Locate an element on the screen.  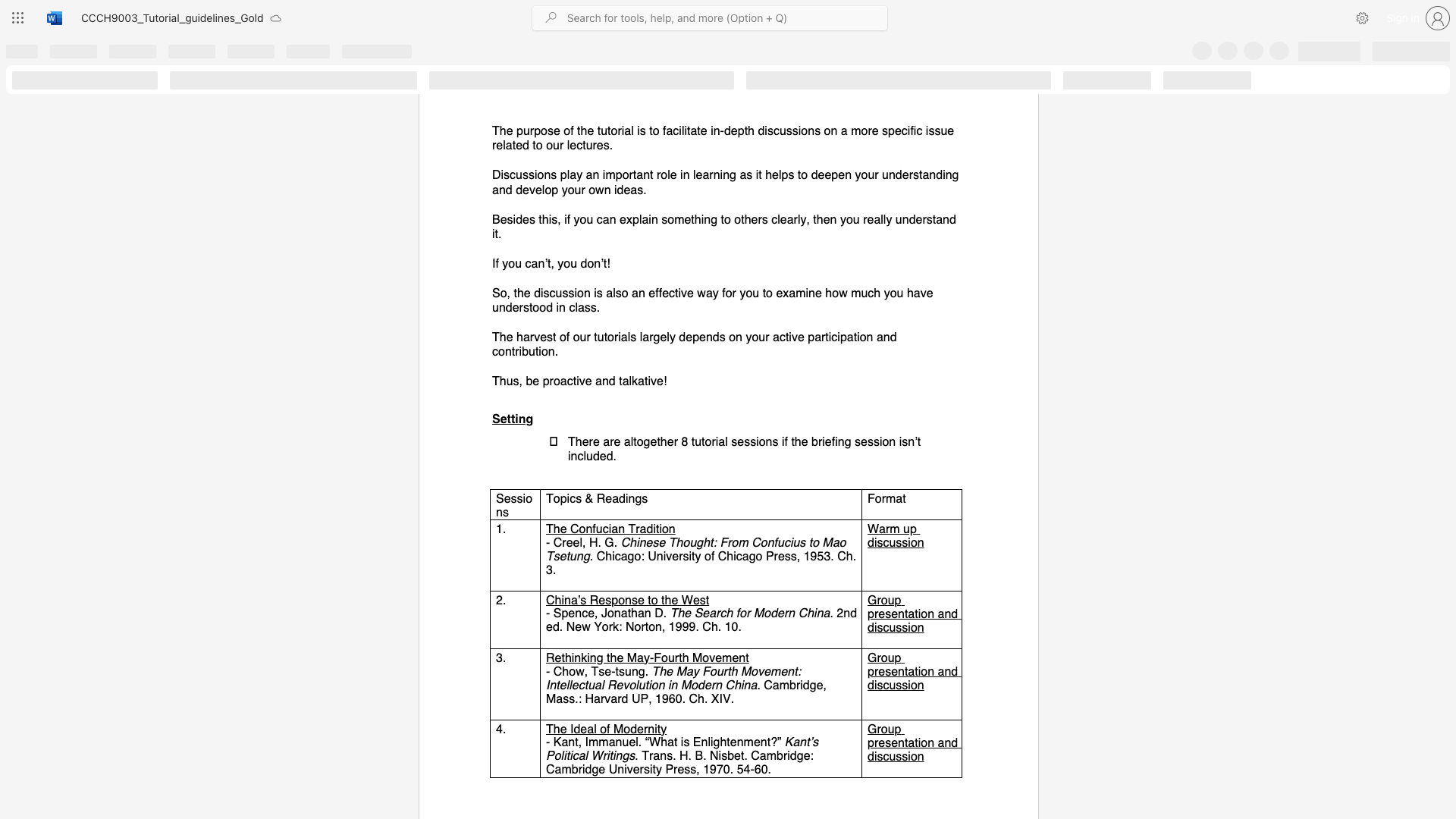
the 1th character "y" in the text is located at coordinates (647, 657).